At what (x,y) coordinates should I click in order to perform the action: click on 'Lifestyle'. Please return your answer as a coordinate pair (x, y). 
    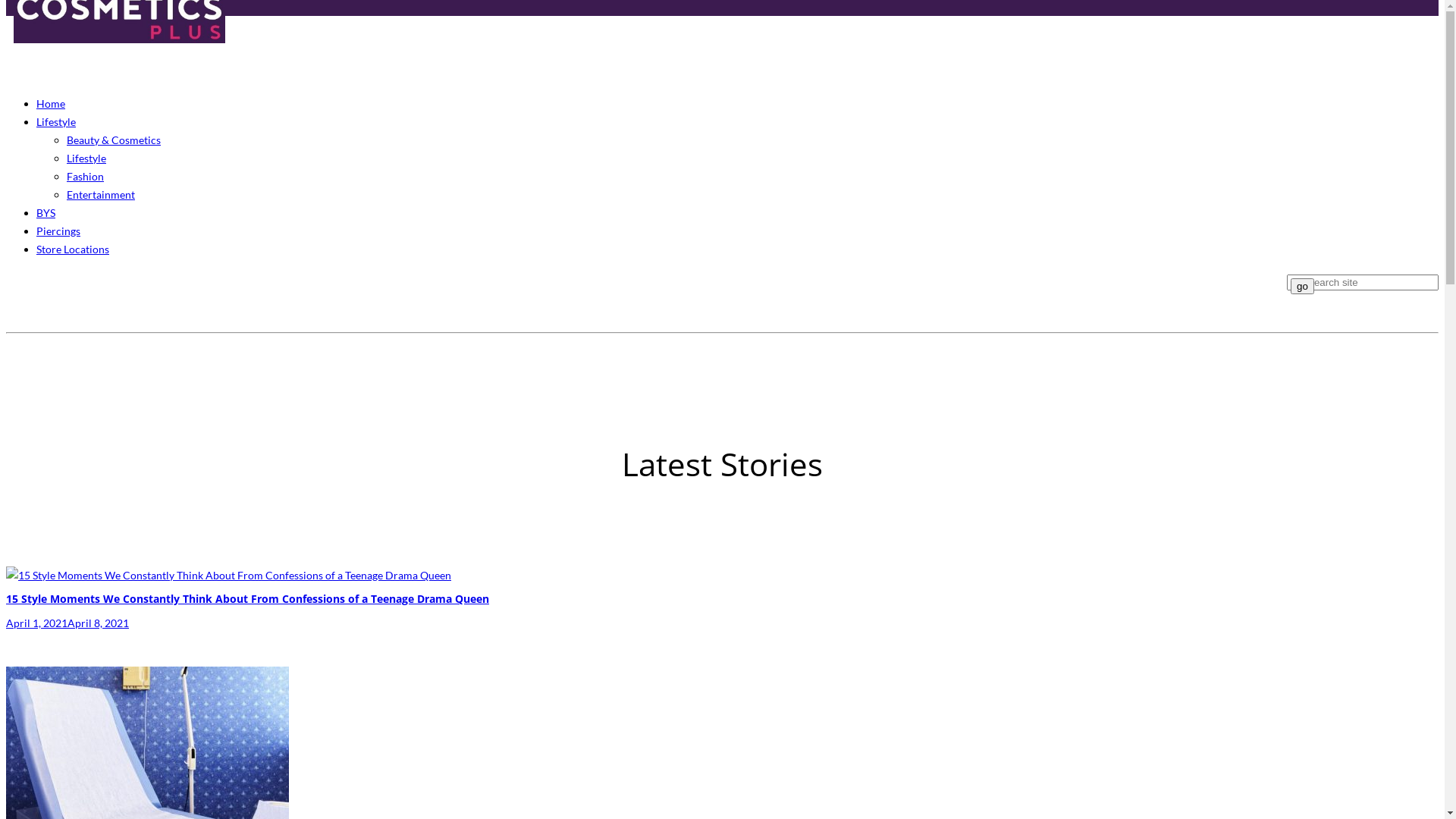
    Looking at the image, I should click on (86, 158).